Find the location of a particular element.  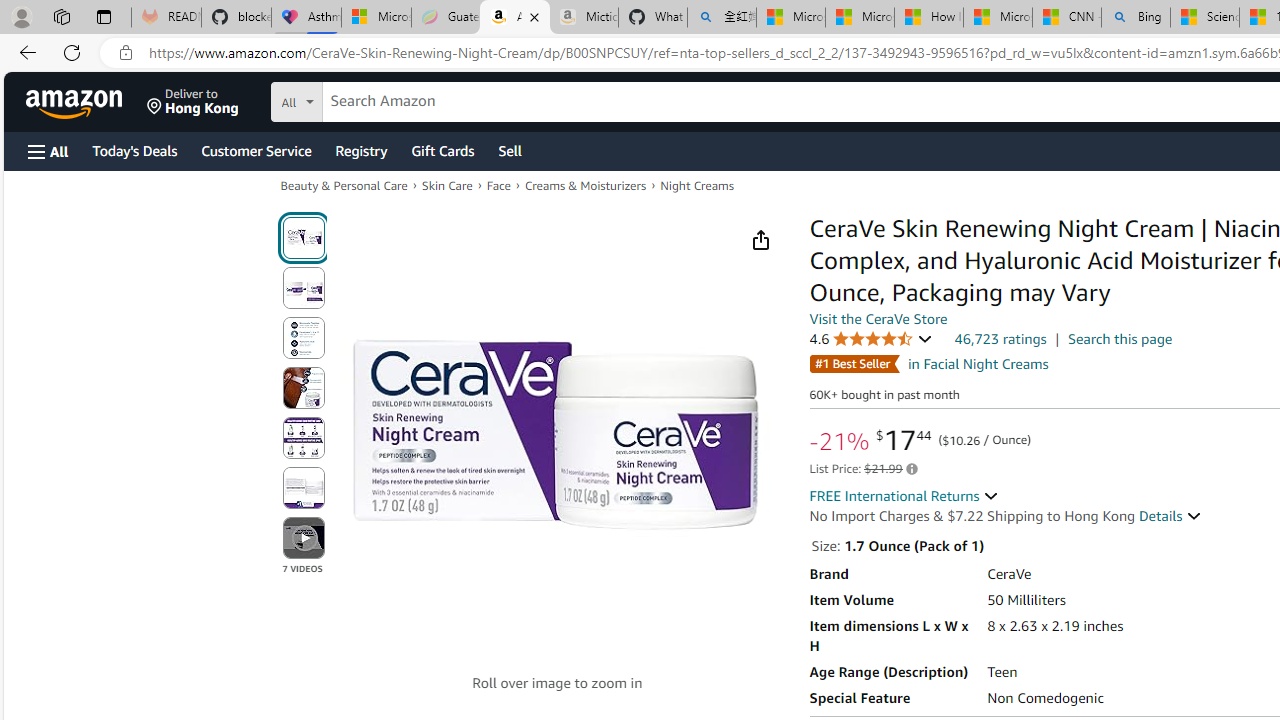

'Asthma Inhalers: Names and Types' is located at coordinates (304, 17).